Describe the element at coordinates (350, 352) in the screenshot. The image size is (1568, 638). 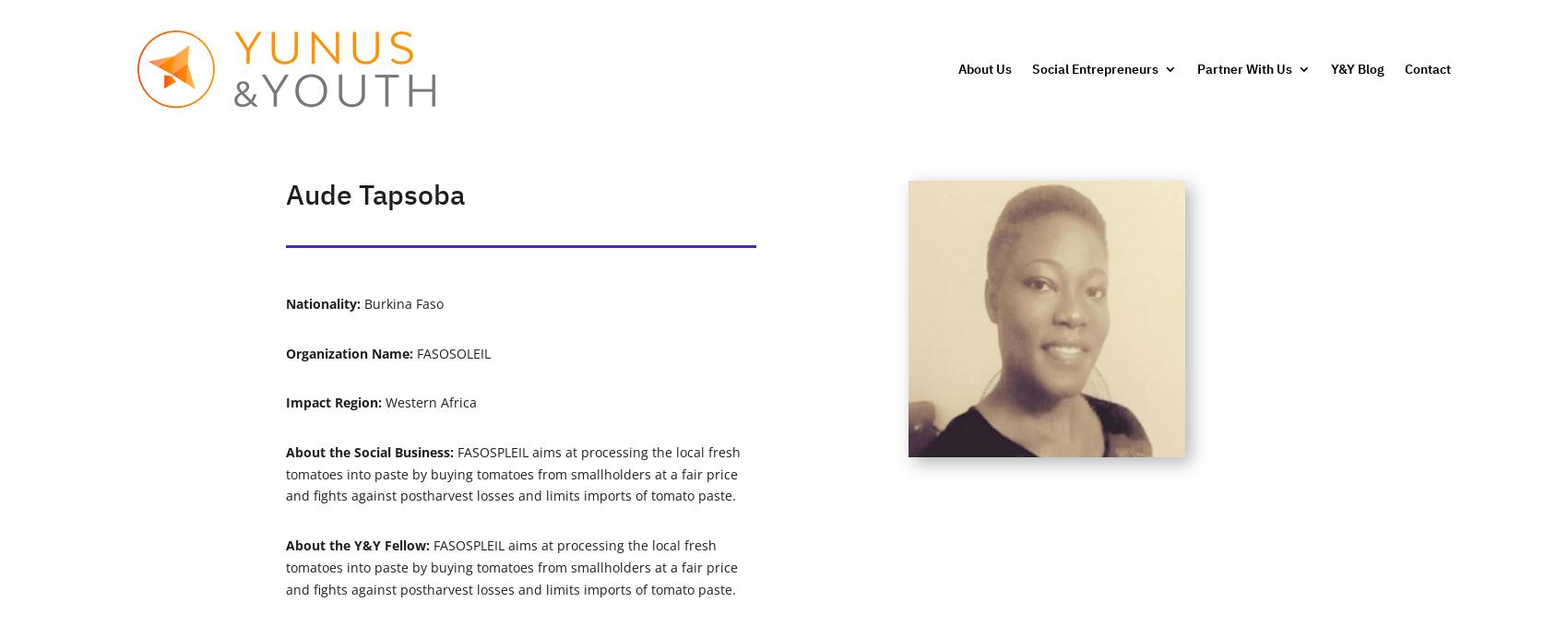
I see `'Organization Name:'` at that location.